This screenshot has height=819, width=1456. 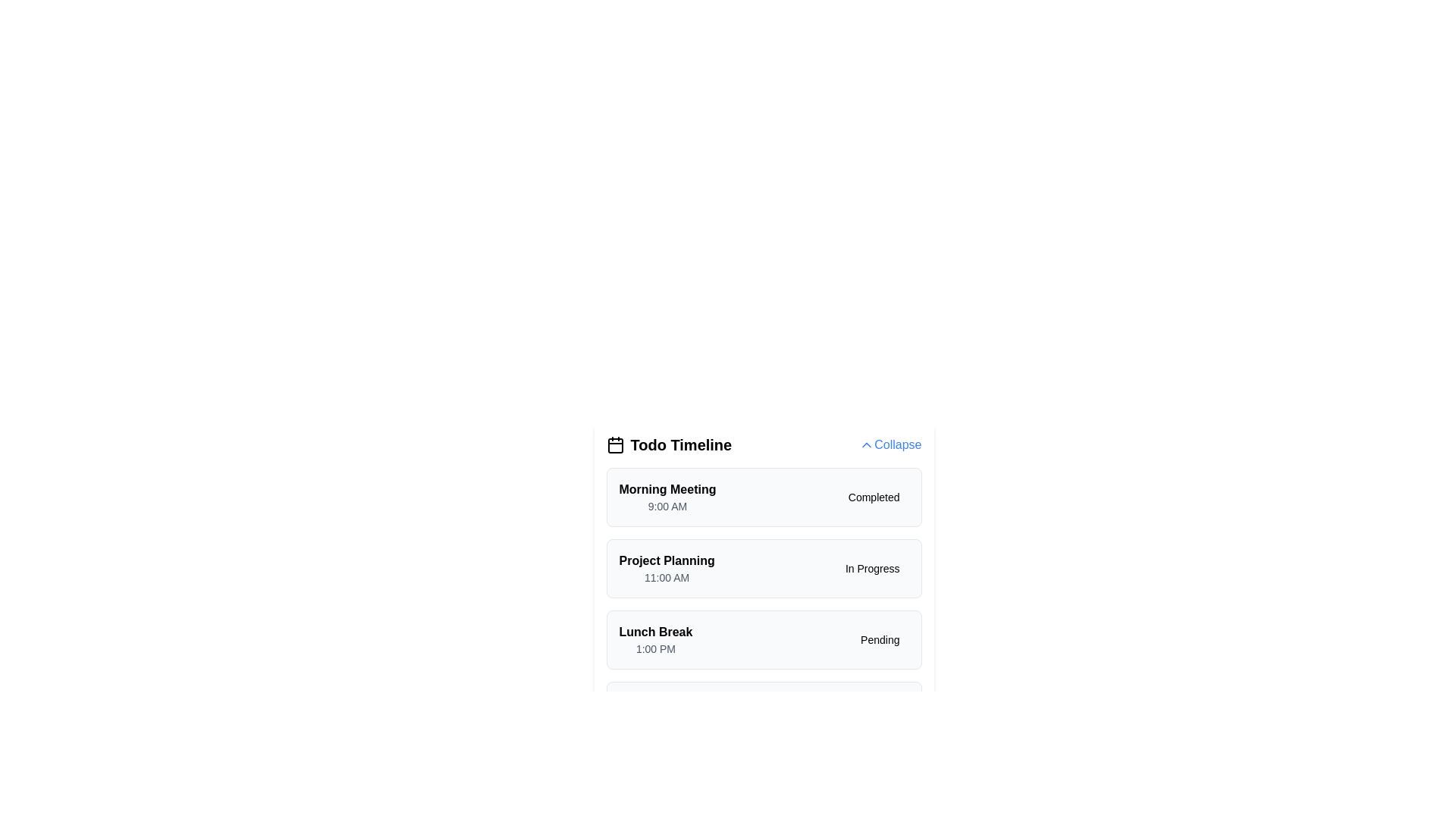 I want to click on the text label displaying '1:00 PM' located beneath the title 'Lunch Break' in the third item of the 'Todo Timeline.', so click(x=655, y=648).